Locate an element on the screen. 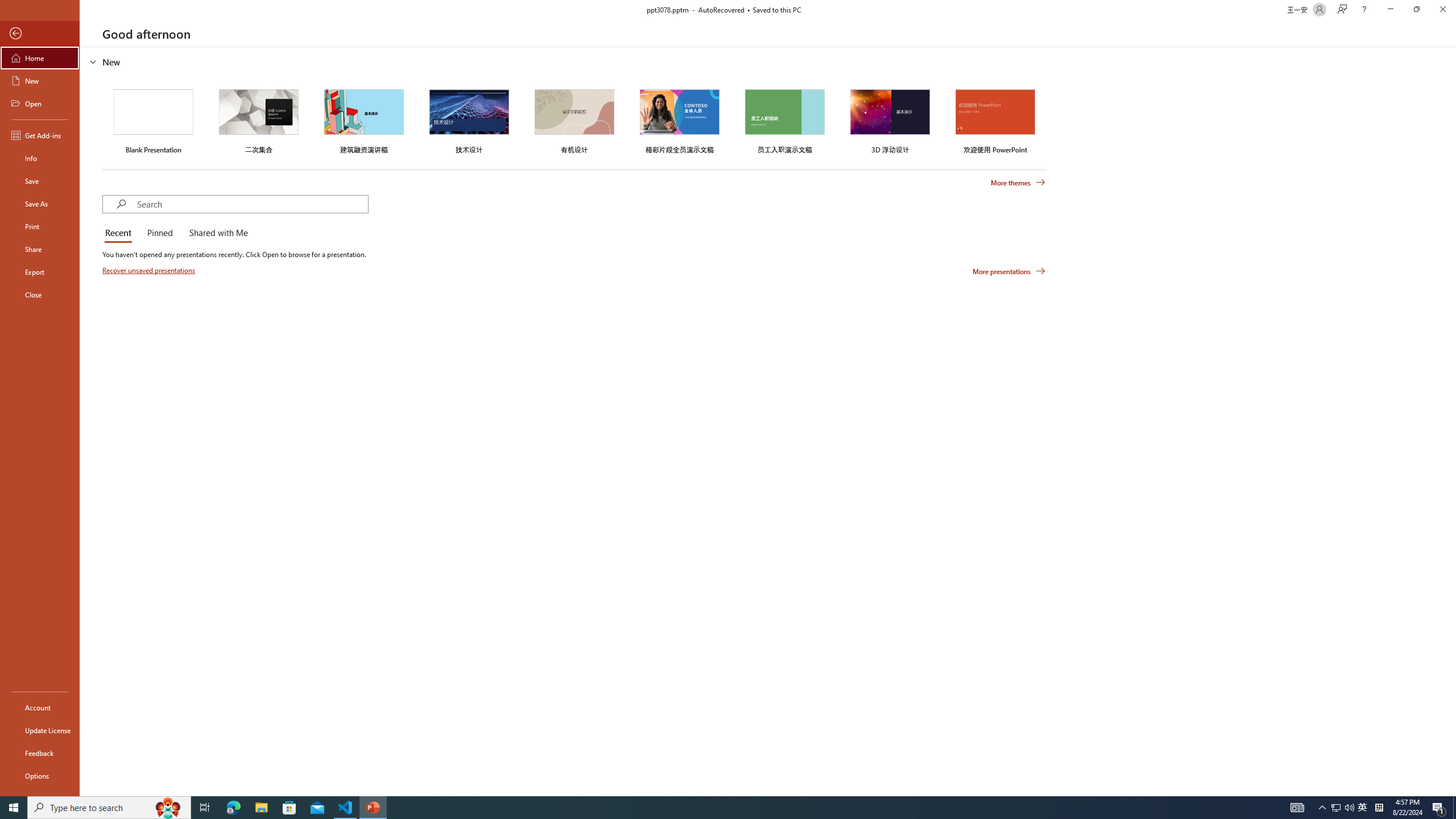 The width and height of the screenshot is (1456, 819). 'More themes' is located at coordinates (1017, 183).